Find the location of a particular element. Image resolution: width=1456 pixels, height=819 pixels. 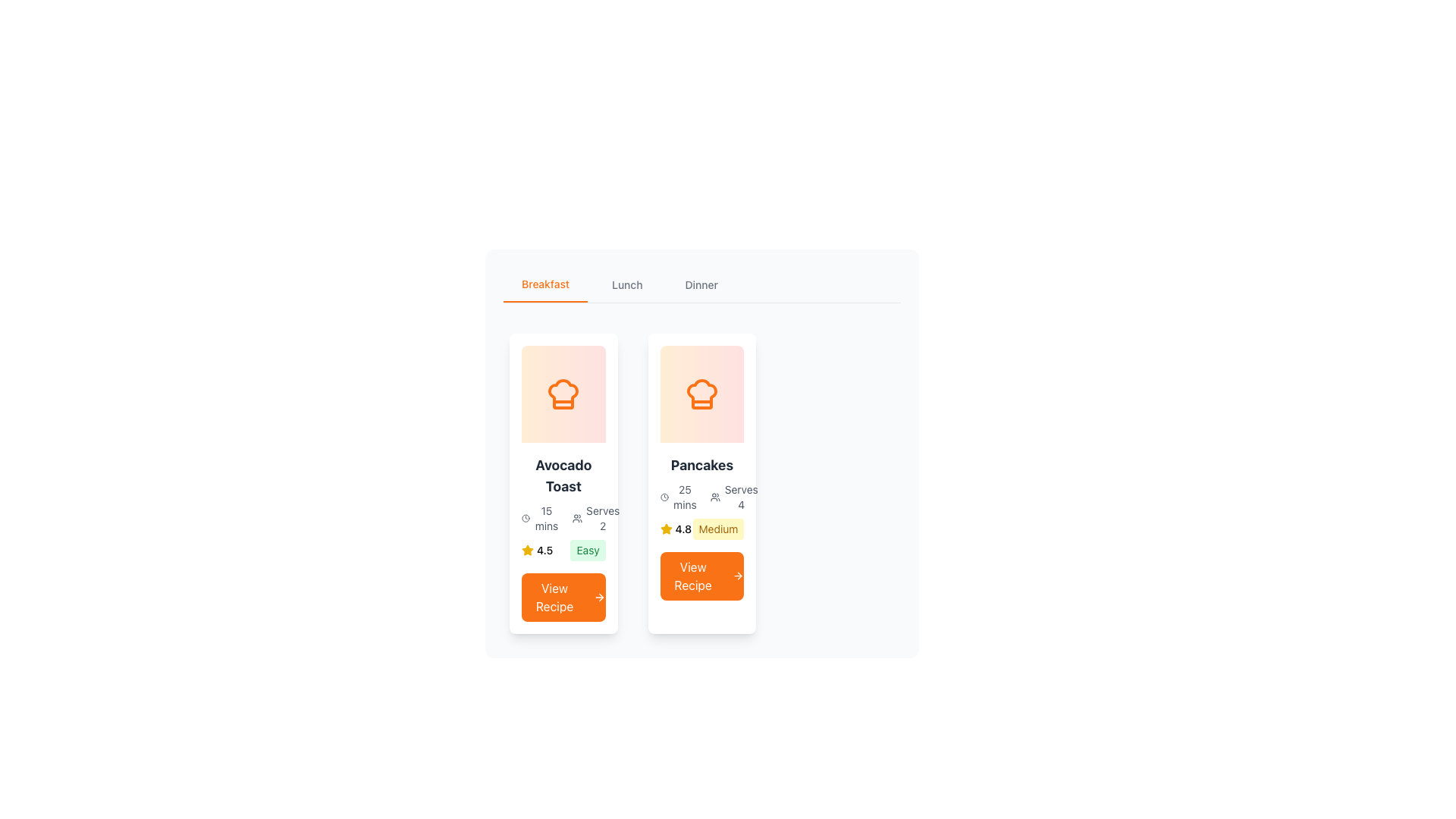

the small, rounded rectangle label displaying the text 'Easy' in green, located at the bottom-left of the 'Avocado Toast' recipe card, adjacent to the star rating and above the 'View Recipe' button is located at coordinates (587, 550).